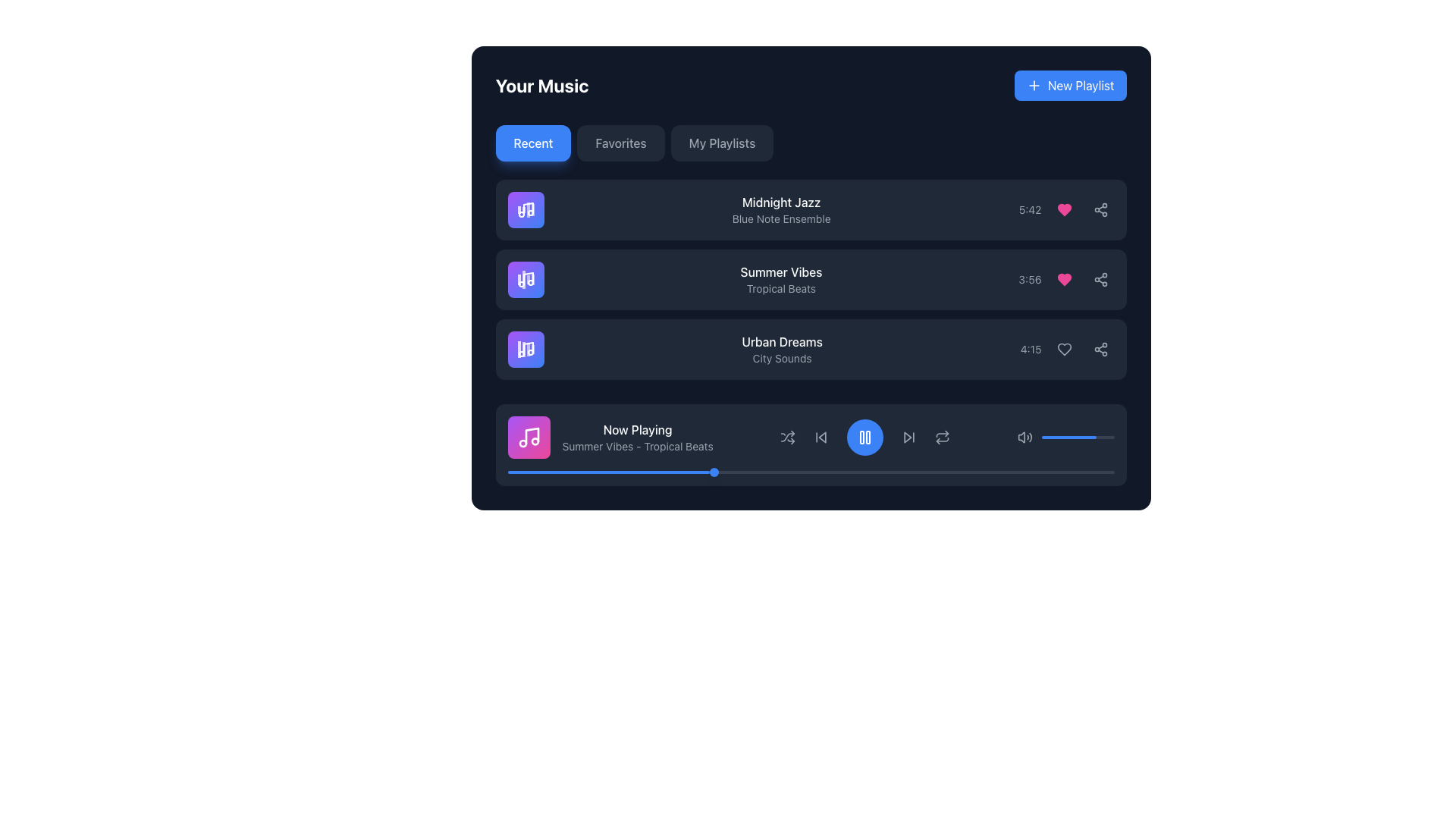 The height and width of the screenshot is (819, 1456). I want to click on progress, so click(774, 472).